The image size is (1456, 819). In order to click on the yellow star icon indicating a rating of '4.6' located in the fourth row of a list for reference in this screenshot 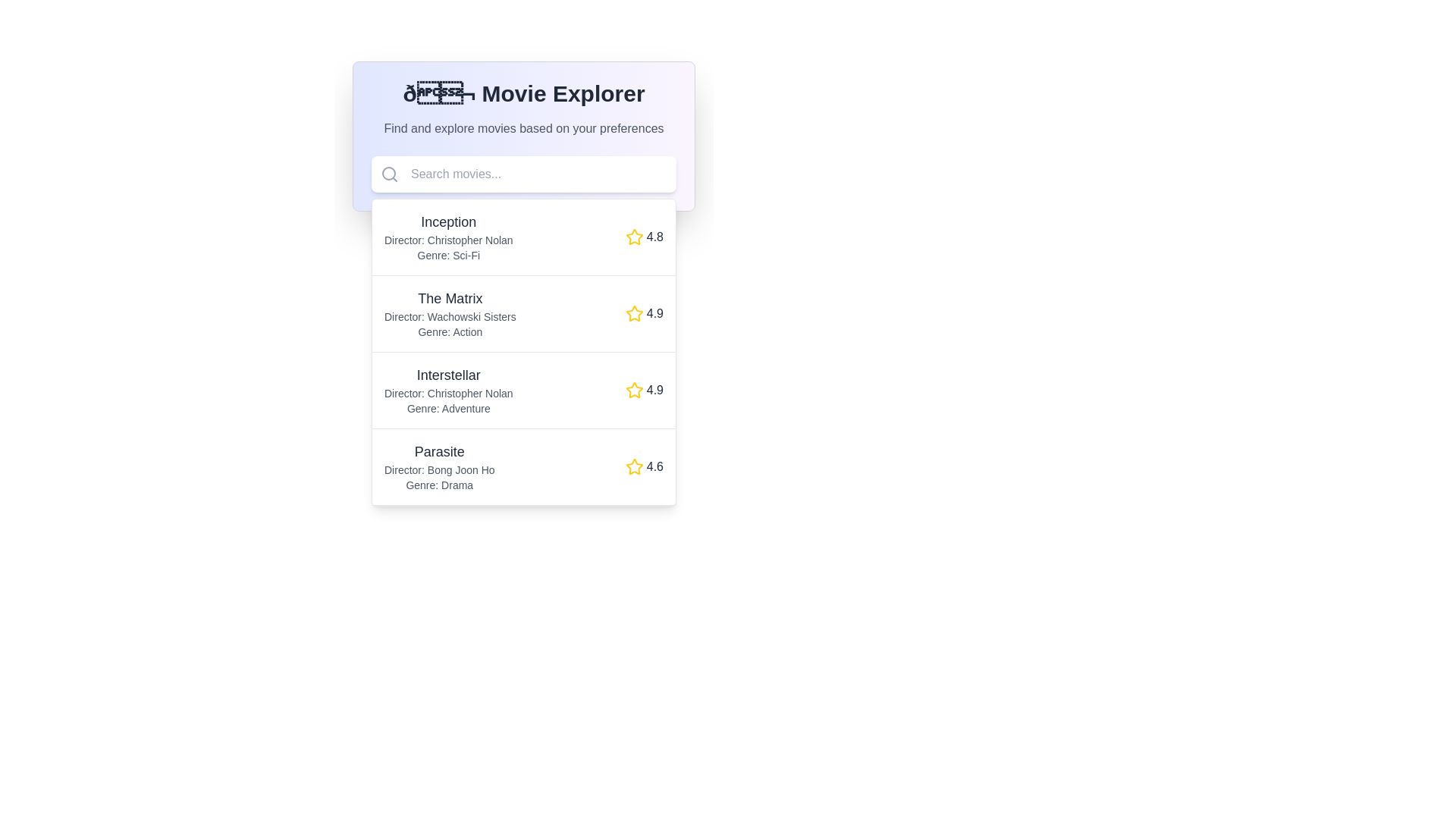, I will do `click(634, 466)`.